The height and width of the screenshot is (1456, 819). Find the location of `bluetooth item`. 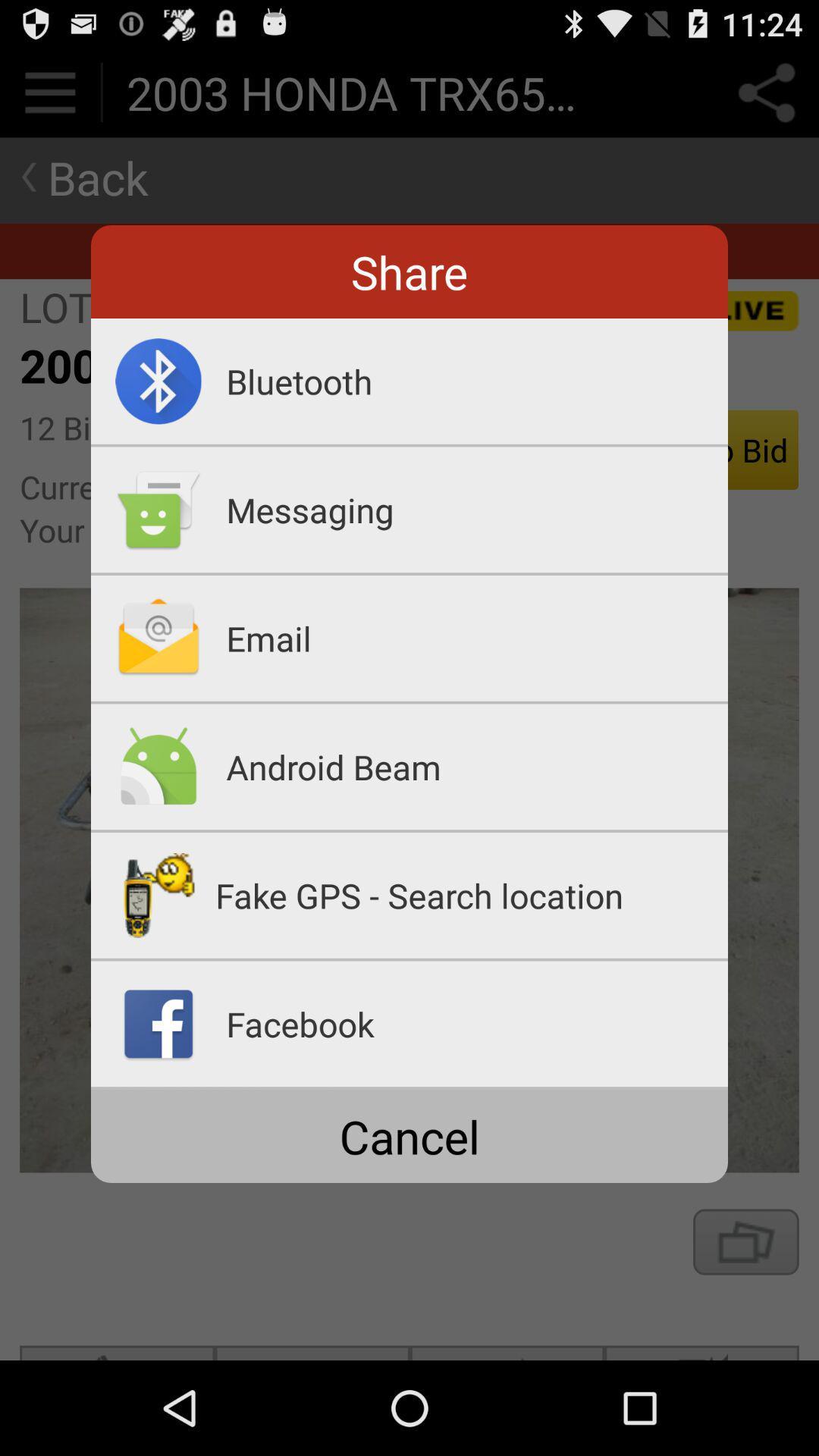

bluetooth item is located at coordinates (476, 381).